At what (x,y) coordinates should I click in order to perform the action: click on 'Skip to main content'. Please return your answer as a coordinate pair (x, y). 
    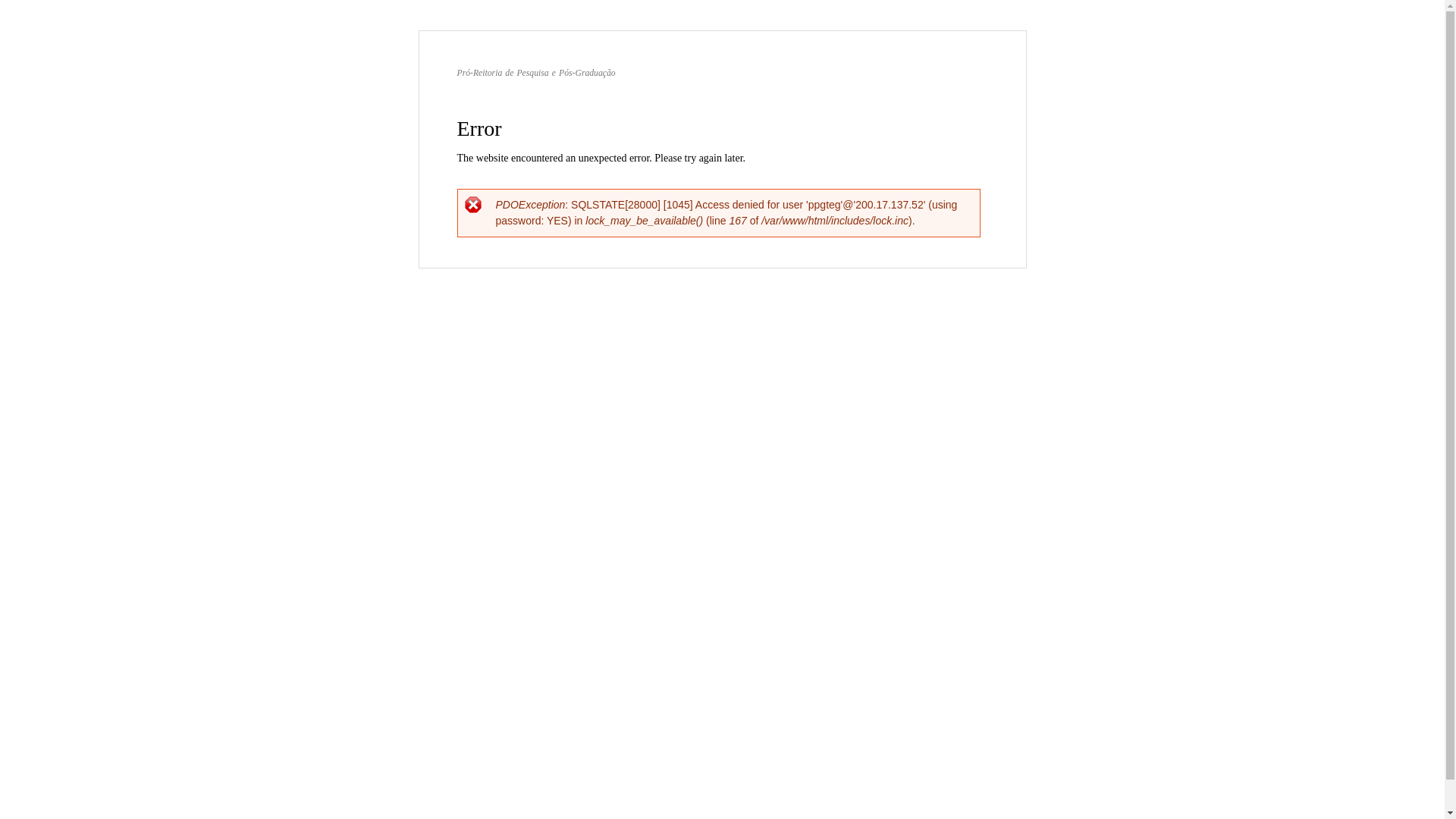
    Looking at the image, I should click on (689, 32).